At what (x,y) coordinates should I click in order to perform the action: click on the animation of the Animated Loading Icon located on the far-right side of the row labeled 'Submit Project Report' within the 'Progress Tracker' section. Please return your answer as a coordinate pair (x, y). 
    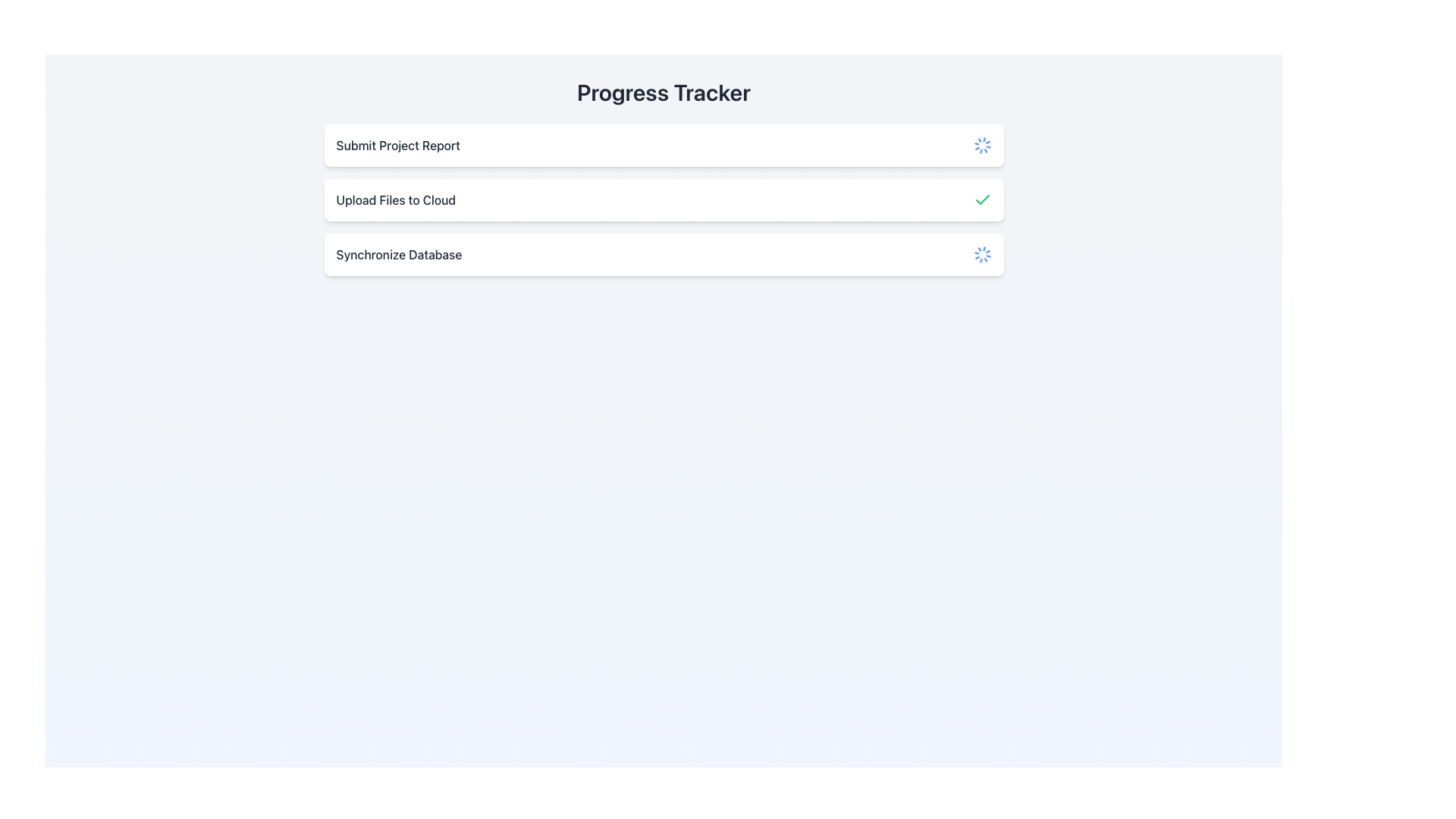
    Looking at the image, I should click on (982, 146).